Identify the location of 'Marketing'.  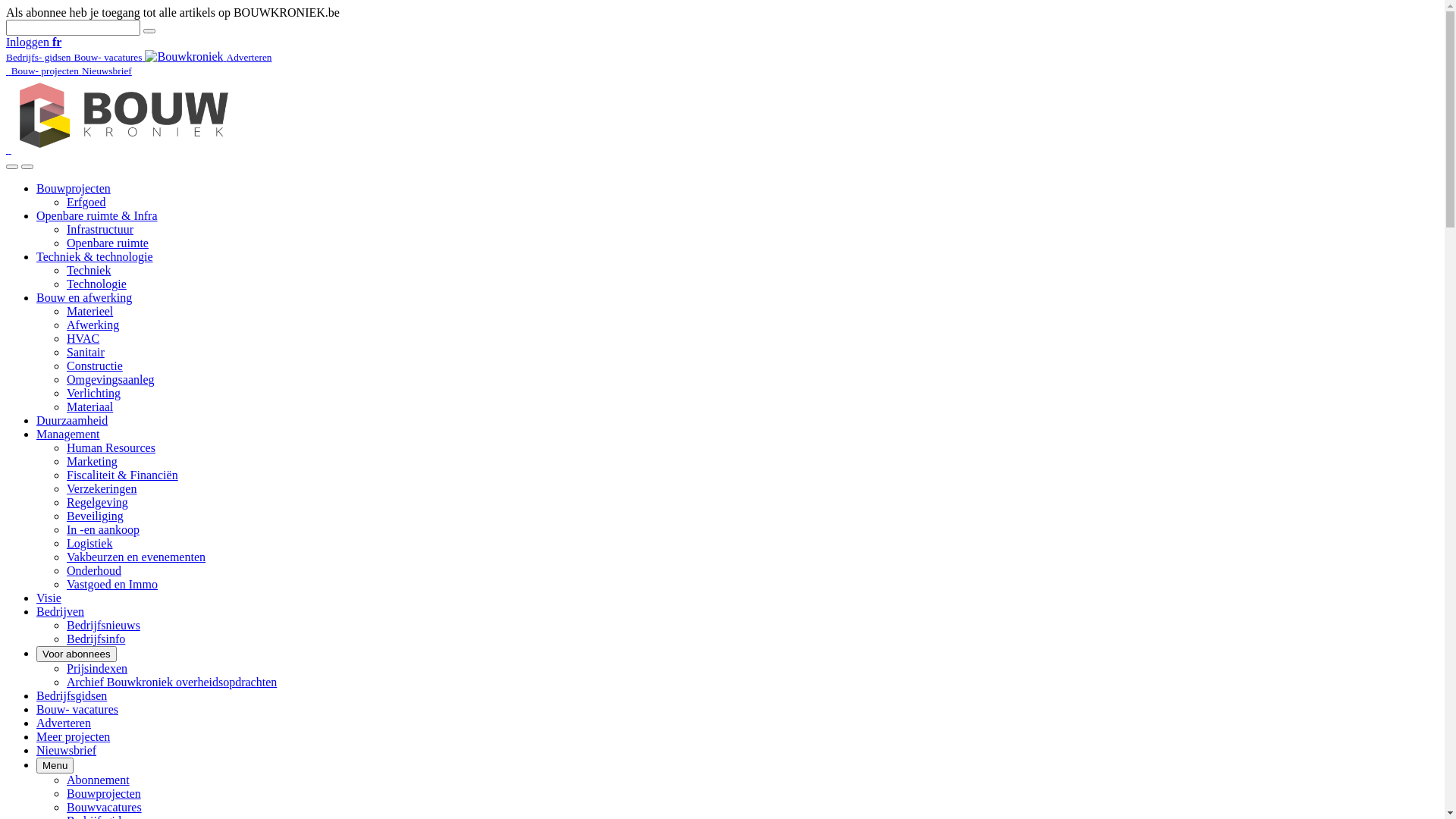
(91, 460).